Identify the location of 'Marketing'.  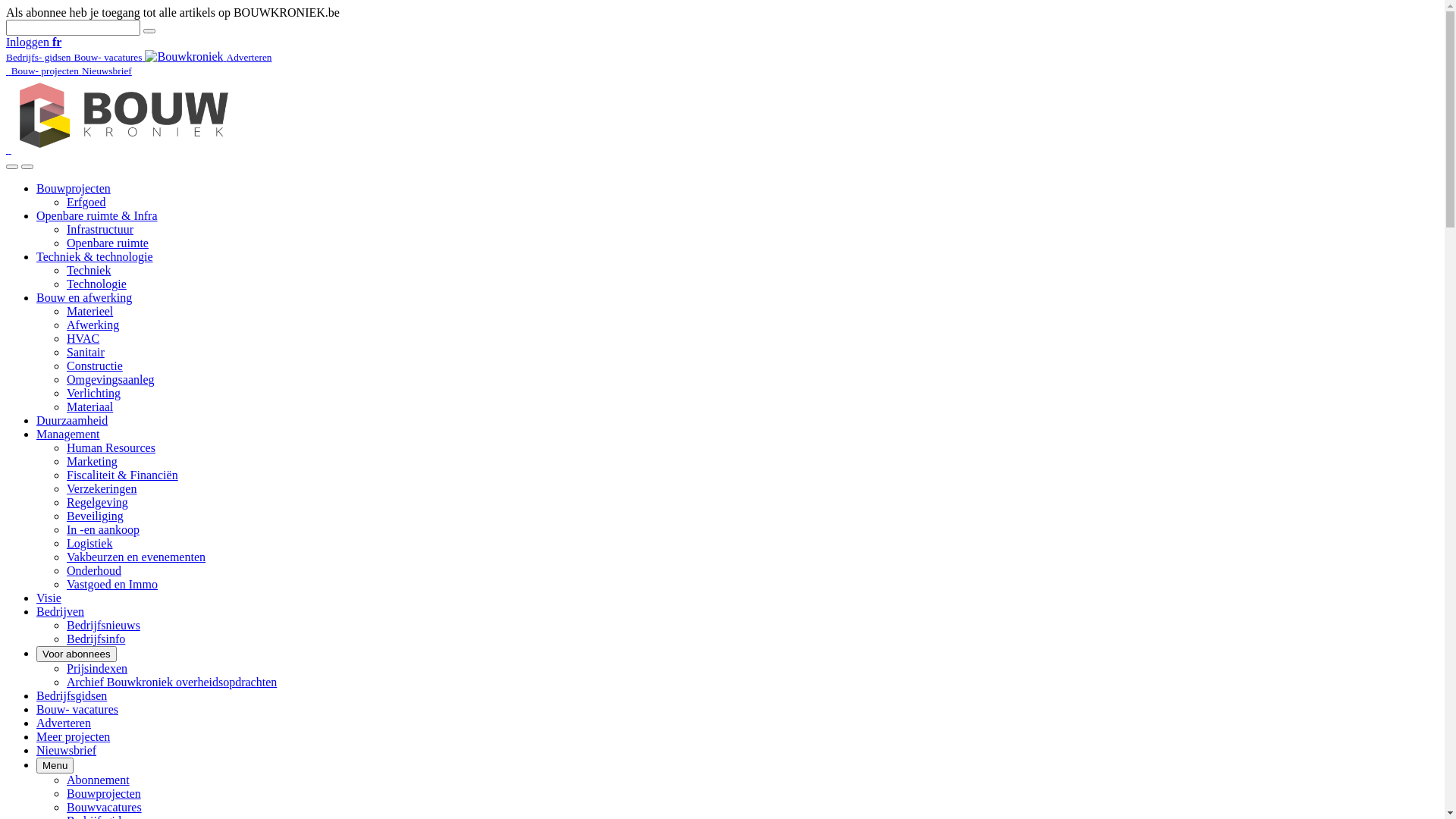
(91, 460).